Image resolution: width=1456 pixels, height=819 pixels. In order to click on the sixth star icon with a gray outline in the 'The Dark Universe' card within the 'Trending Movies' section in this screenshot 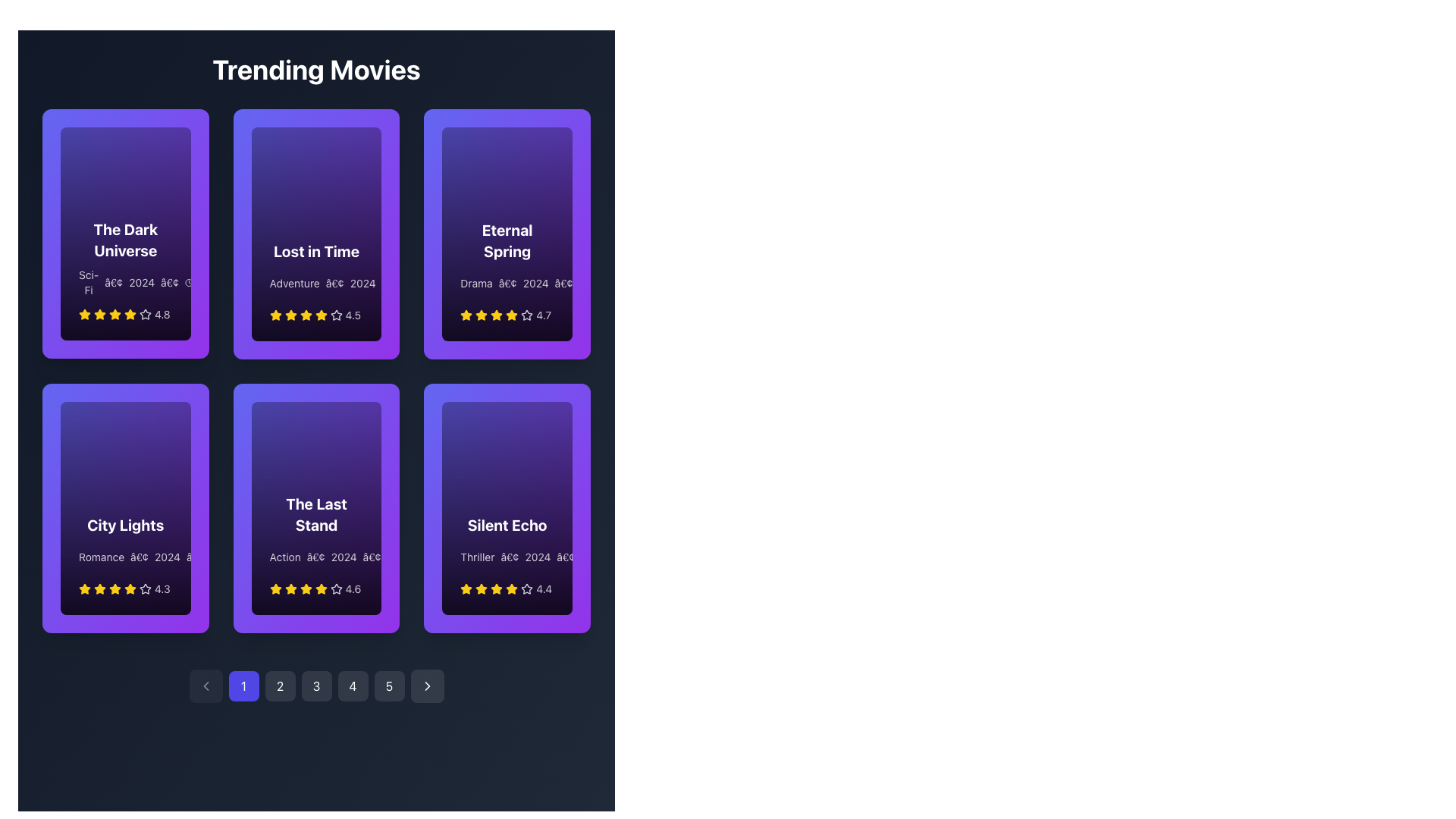, I will do `click(146, 314)`.